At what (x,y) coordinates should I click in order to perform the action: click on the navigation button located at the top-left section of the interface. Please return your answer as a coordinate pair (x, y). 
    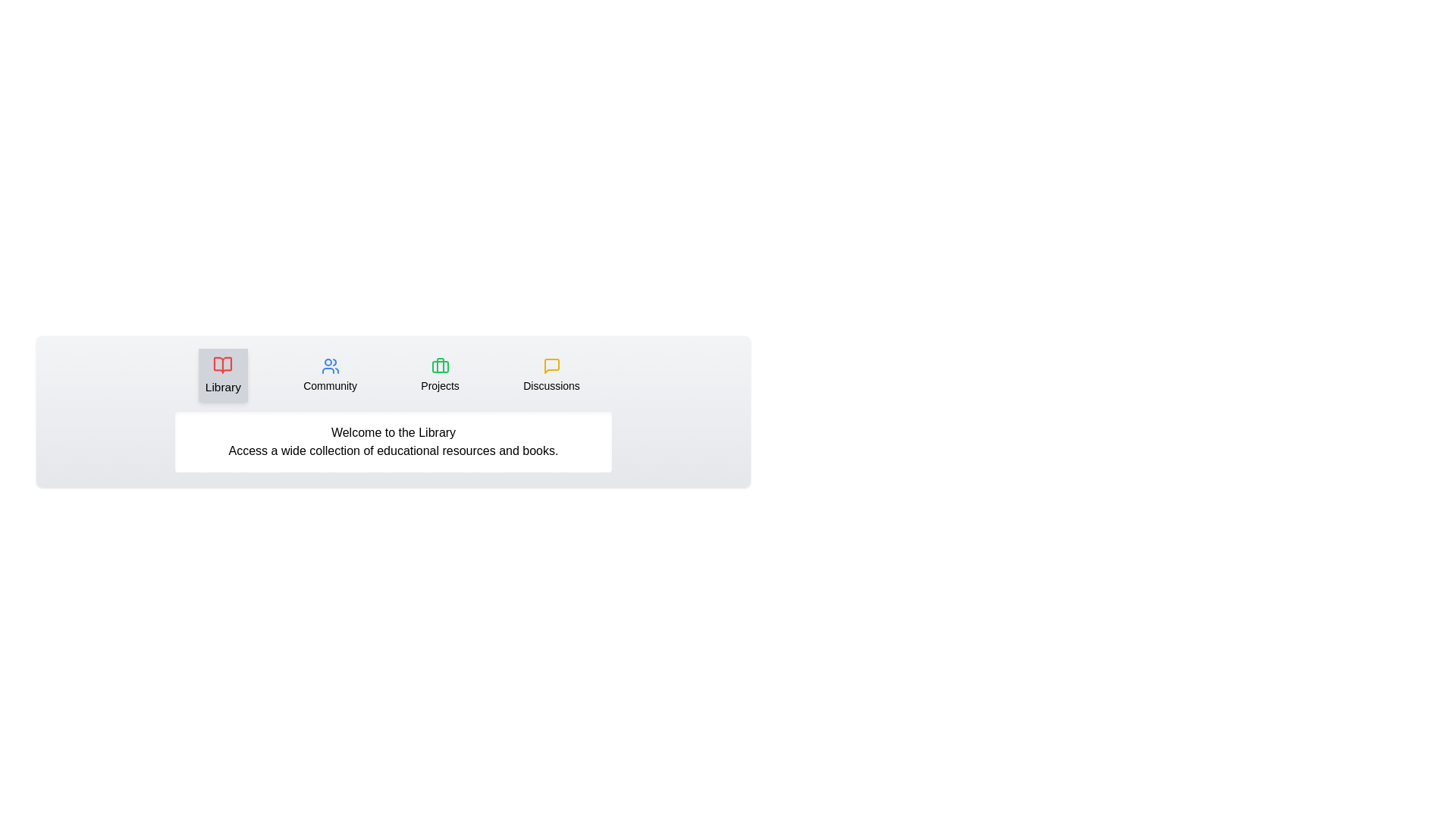
    Looking at the image, I should click on (222, 375).